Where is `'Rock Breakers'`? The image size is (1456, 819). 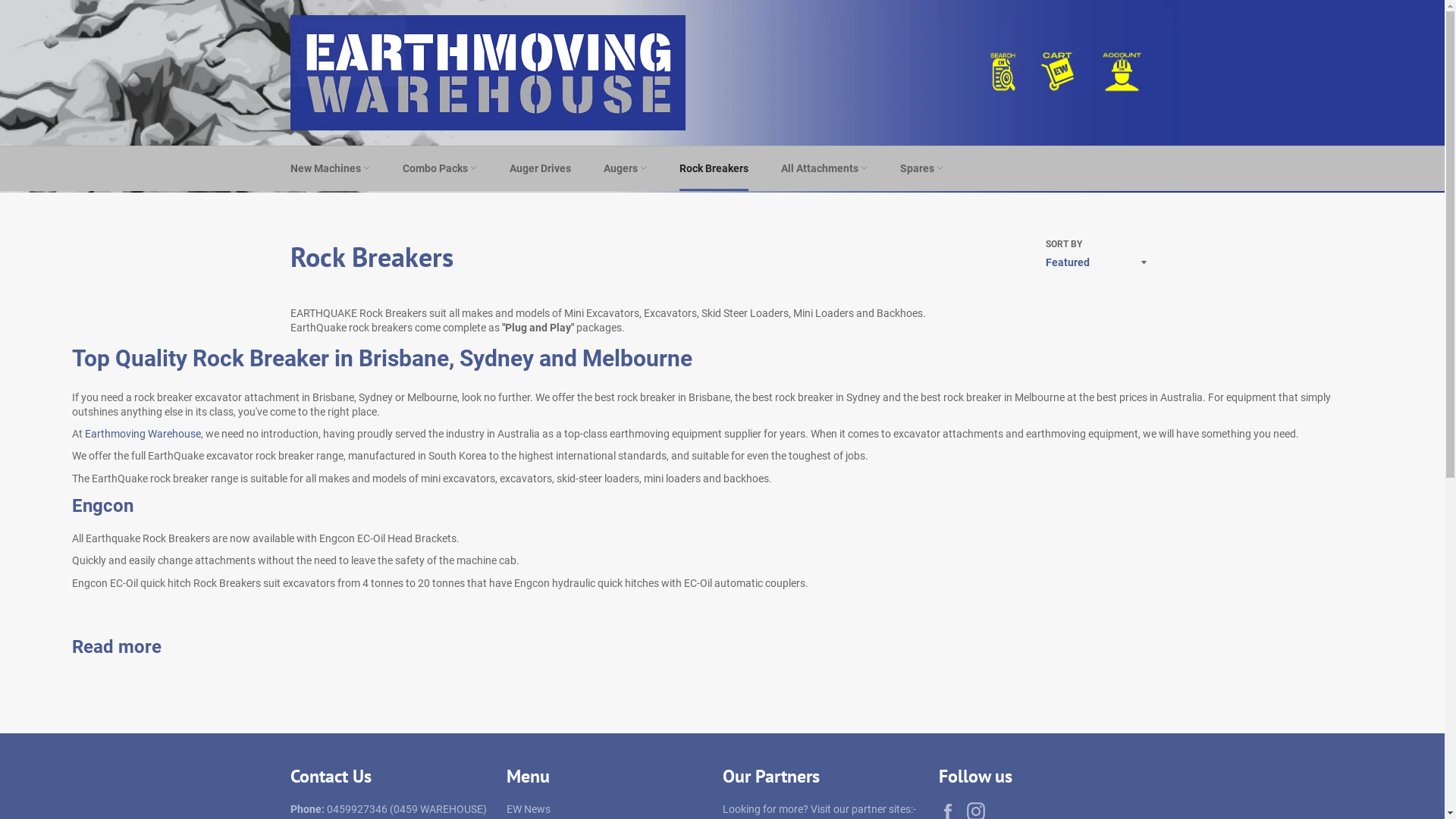
'Rock Breakers' is located at coordinates (713, 168).